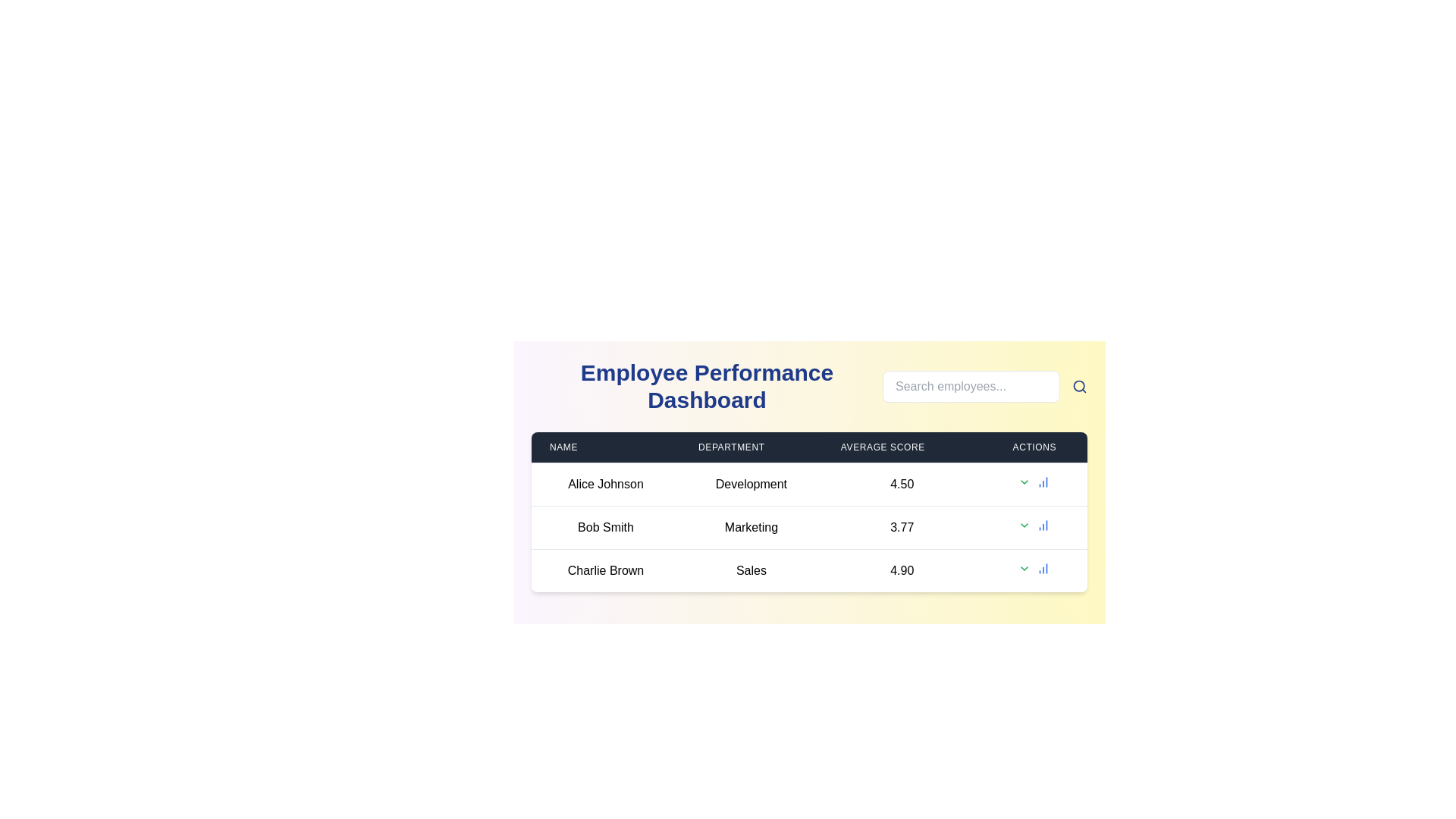  I want to click on the label displaying 'Alice Johnson' in the 'Name' column of the table, which is the first entry in the row, so click(605, 485).